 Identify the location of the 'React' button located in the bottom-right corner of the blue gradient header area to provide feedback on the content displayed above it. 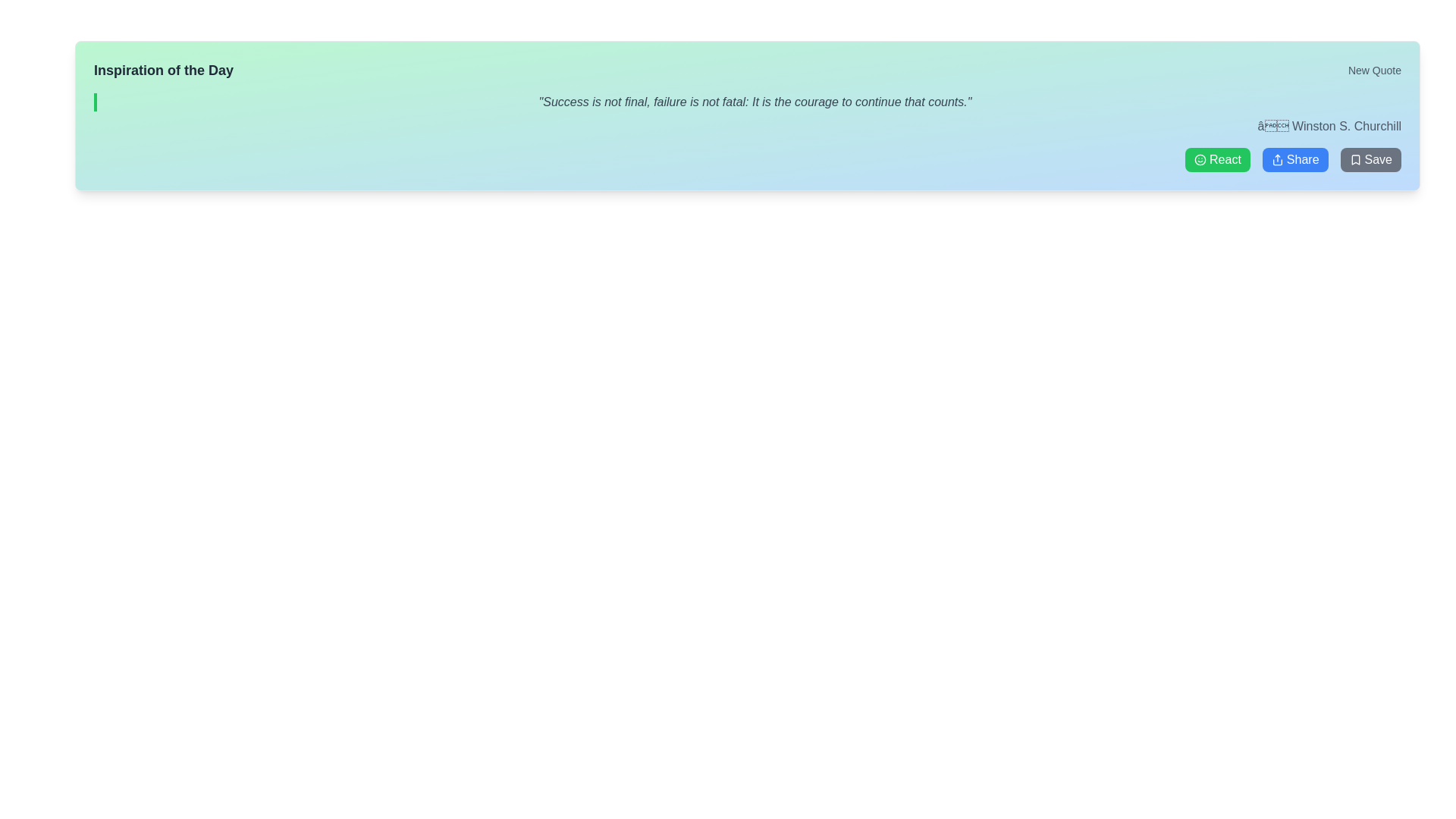
(1217, 160).